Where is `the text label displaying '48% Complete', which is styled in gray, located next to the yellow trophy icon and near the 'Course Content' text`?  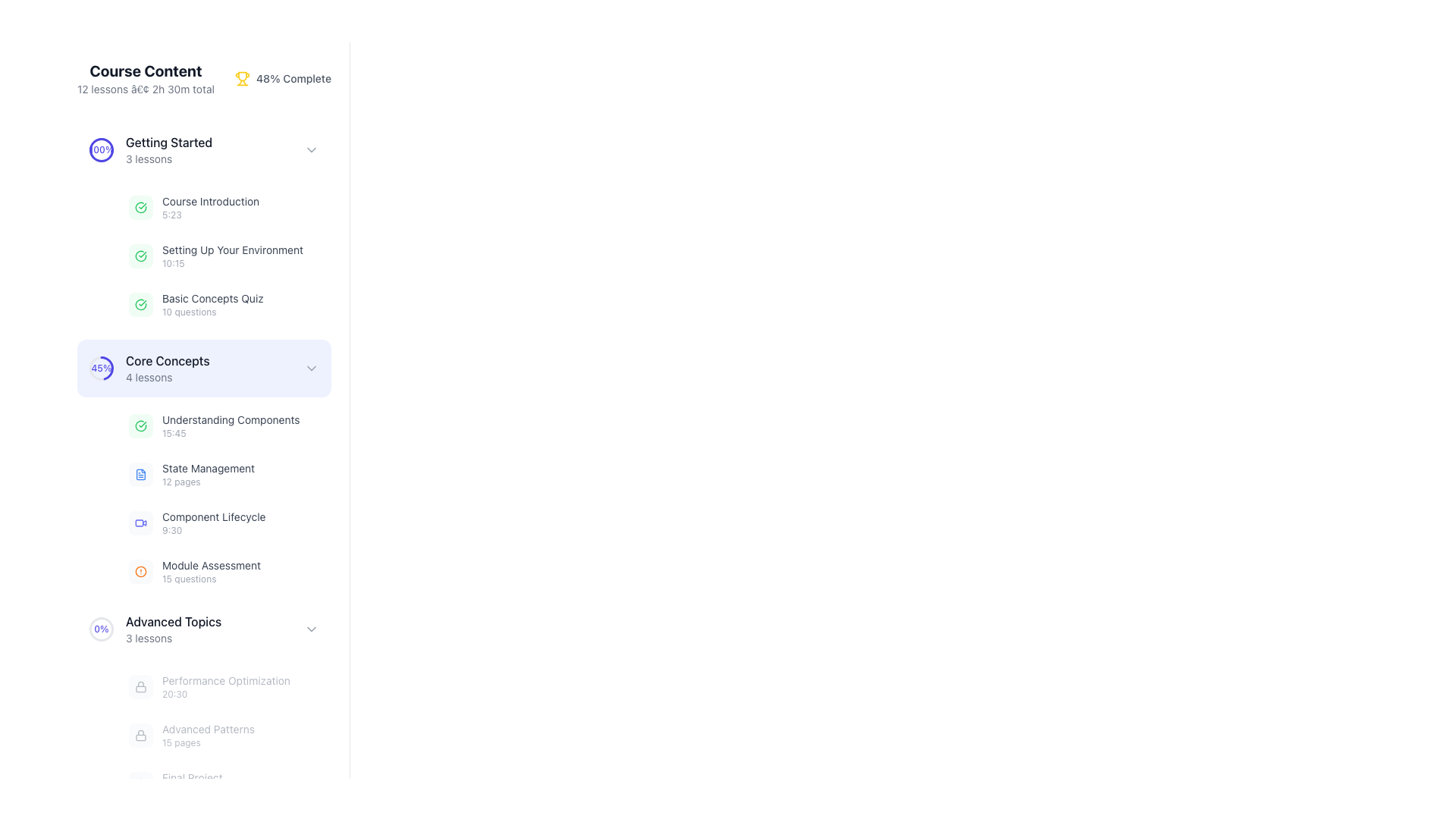 the text label displaying '48% Complete', which is styled in gray, located next to the yellow trophy icon and near the 'Course Content' text is located at coordinates (293, 79).